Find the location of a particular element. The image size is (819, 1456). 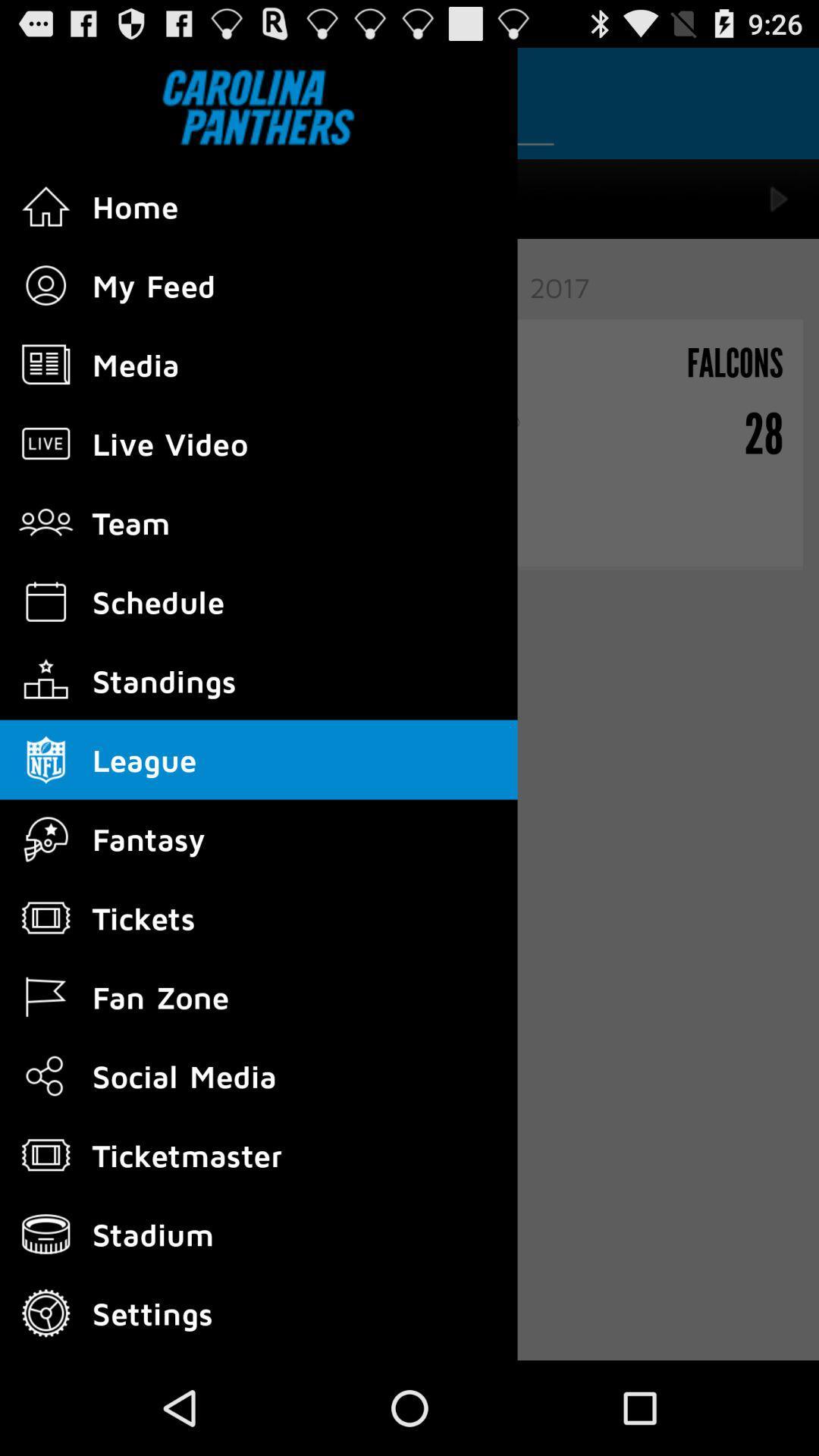

the home icon is located at coordinates (39, 212).